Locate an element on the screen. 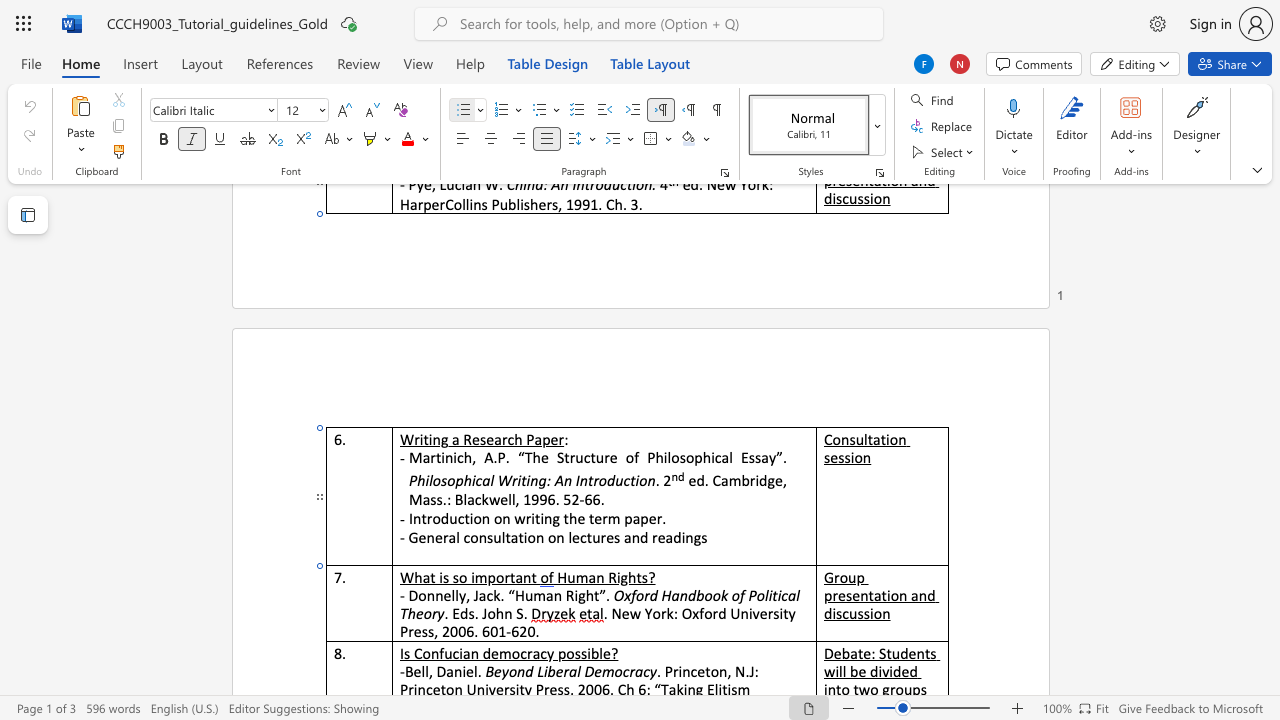 The image size is (1280, 720). the 2th character "n" in the text is located at coordinates (486, 517).